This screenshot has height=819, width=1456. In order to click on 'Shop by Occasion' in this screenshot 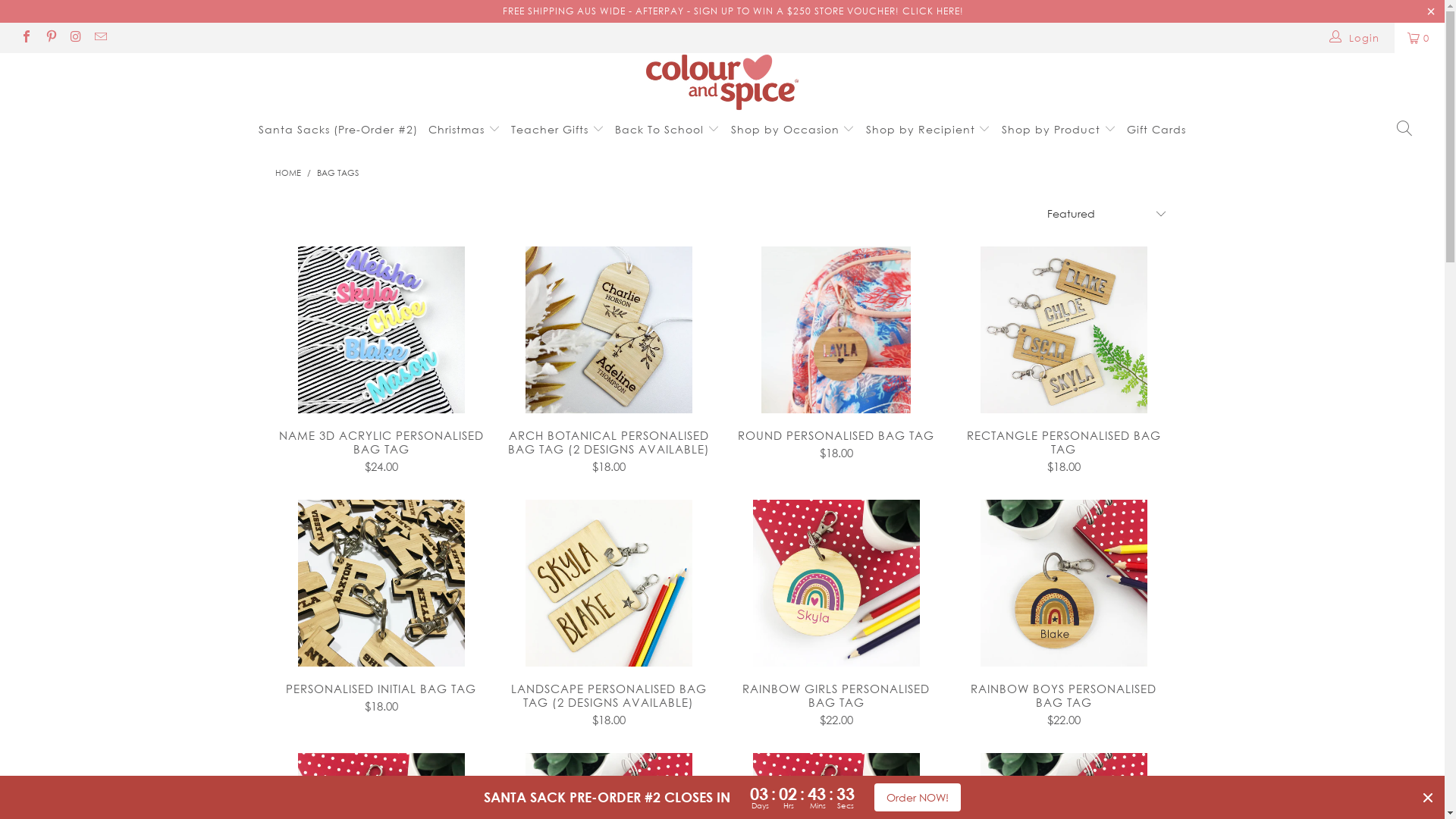, I will do `click(792, 127)`.